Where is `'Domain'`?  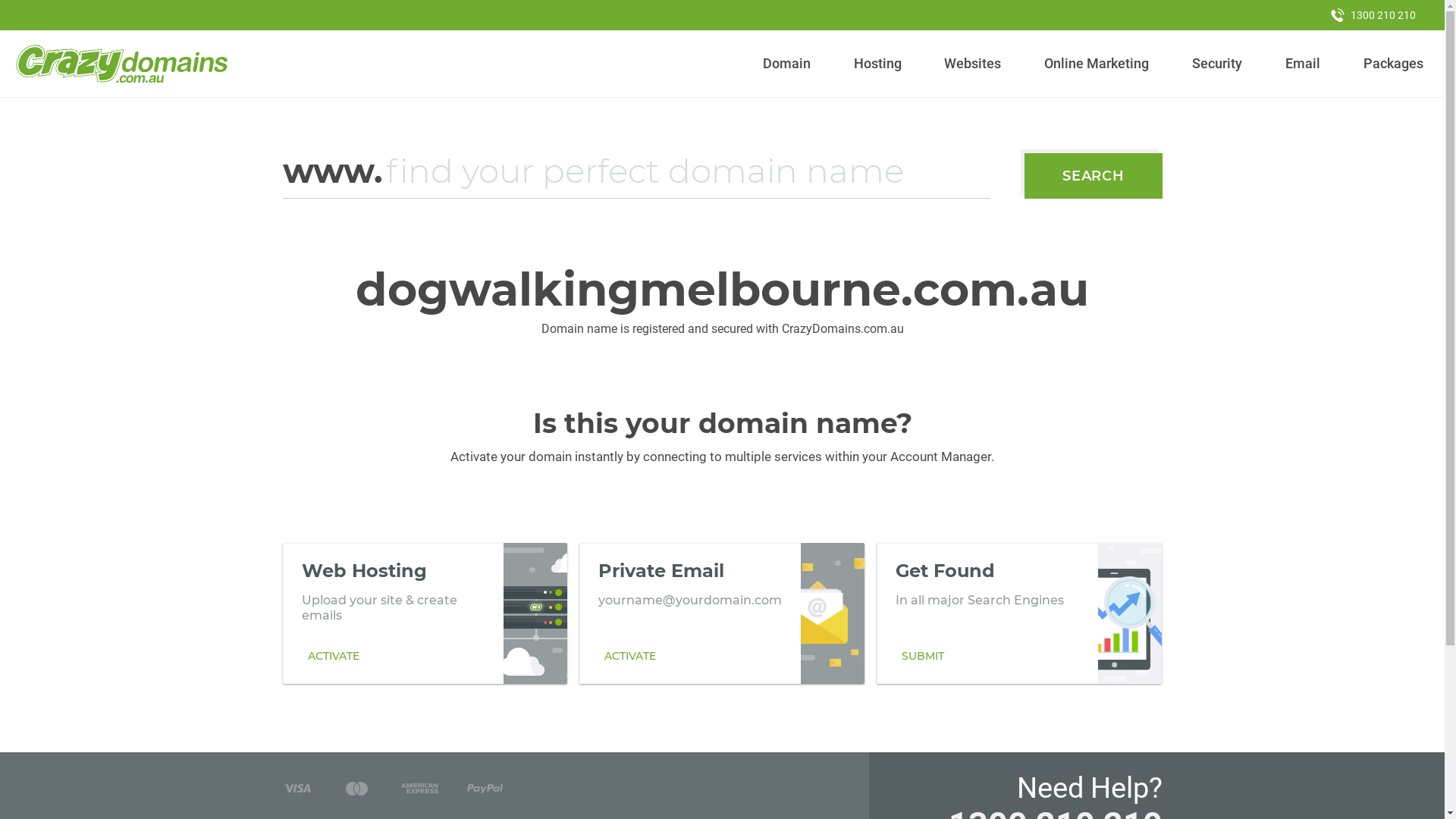 'Domain' is located at coordinates (757, 63).